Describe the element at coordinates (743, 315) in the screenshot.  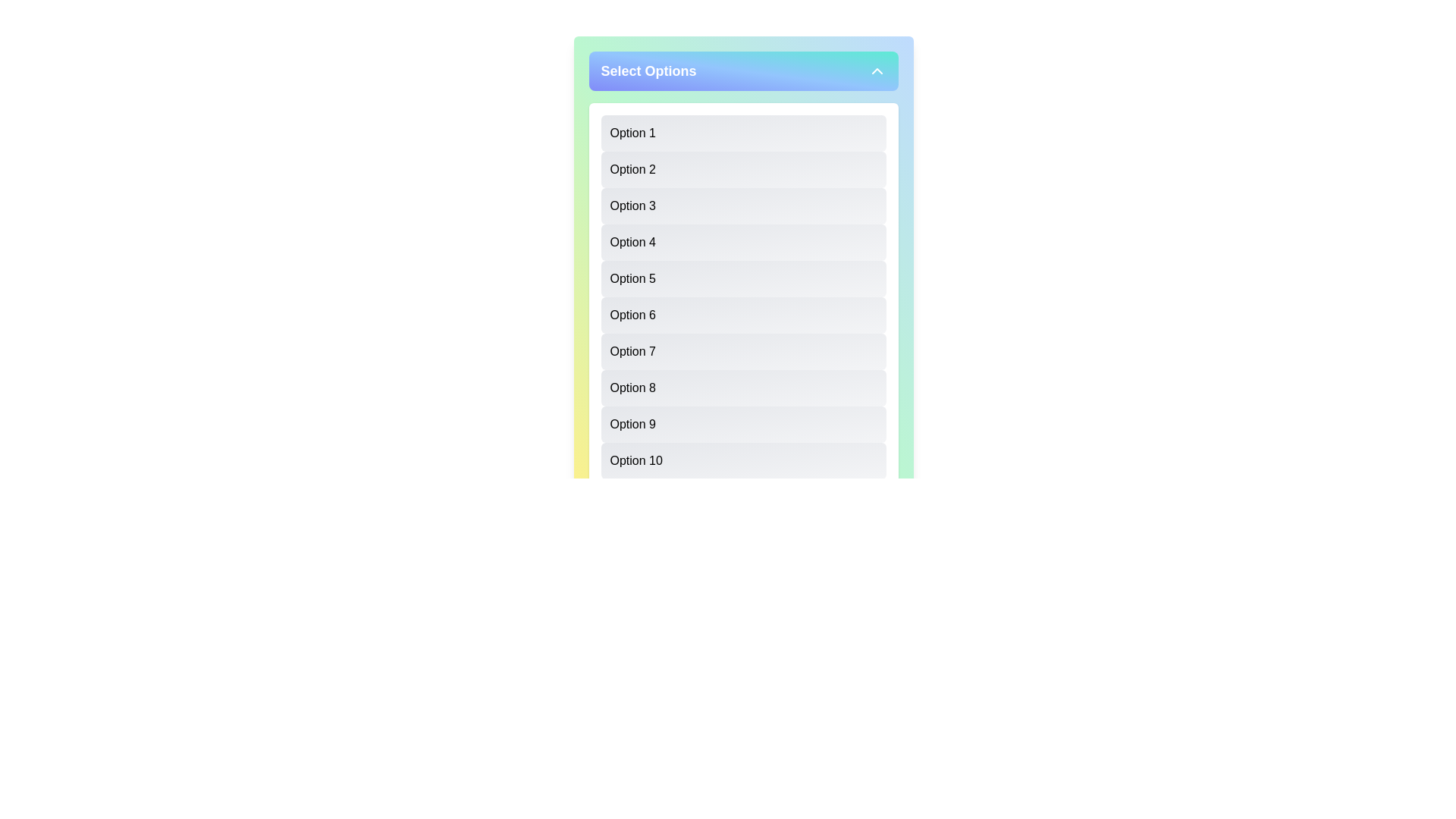
I see `the selectable list item labeled 'Option 6', which is a button-like option in a vertical list under 'Select Options'` at that location.